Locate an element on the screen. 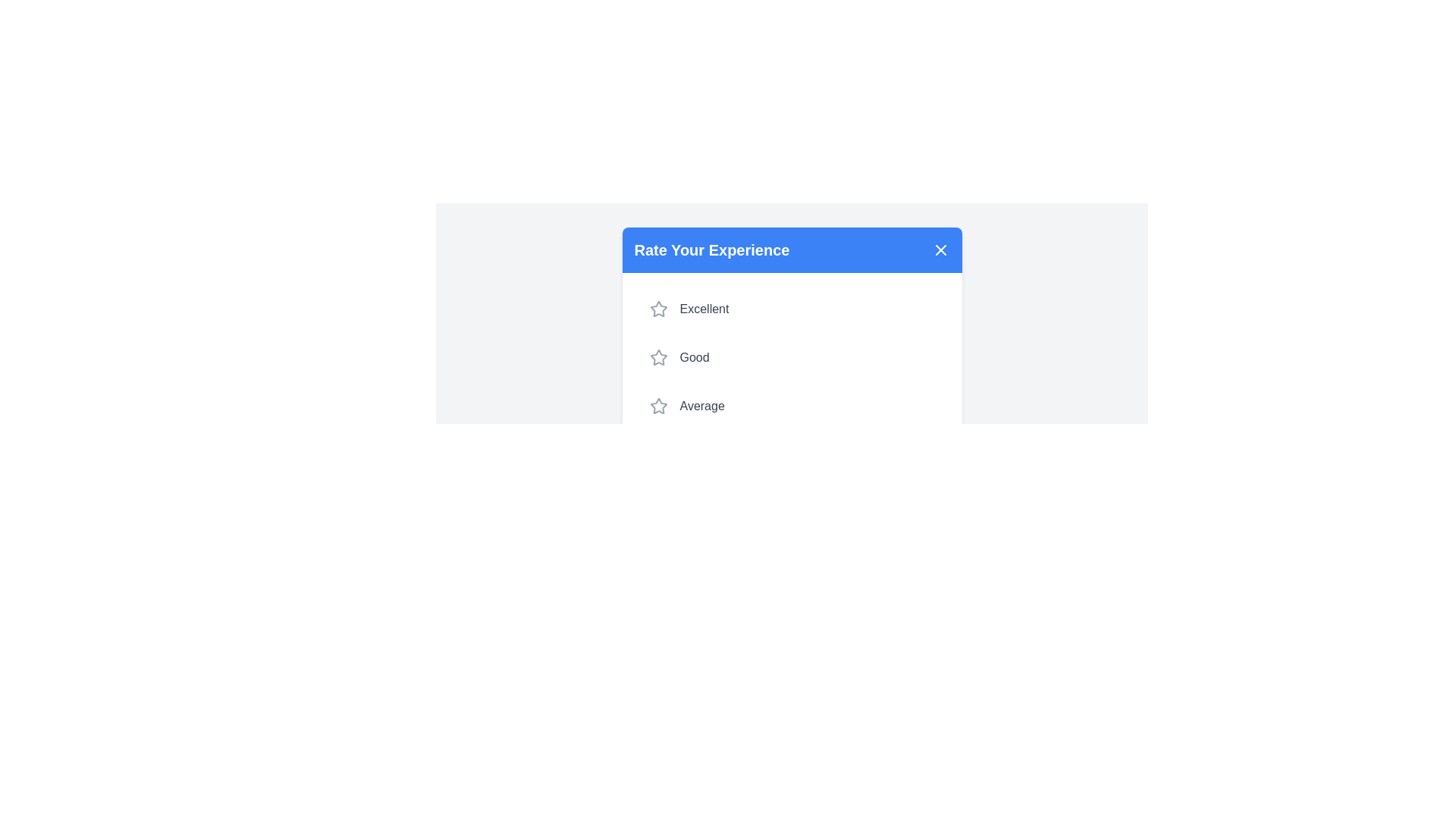  the star corresponding to the desired rating 3 is located at coordinates (658, 406).